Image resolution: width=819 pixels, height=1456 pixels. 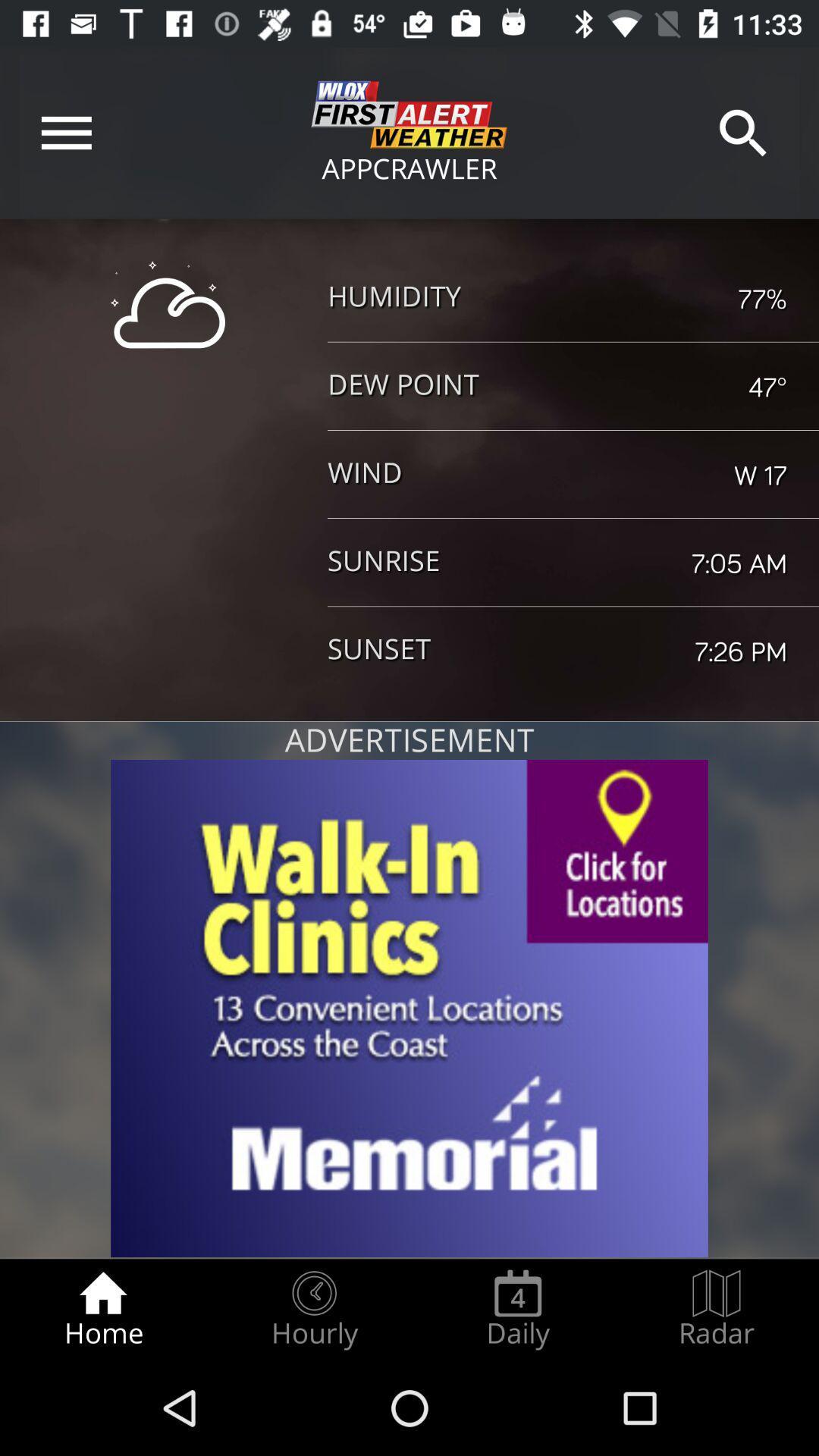 I want to click on item next to the hourly radio button, so click(x=102, y=1309).